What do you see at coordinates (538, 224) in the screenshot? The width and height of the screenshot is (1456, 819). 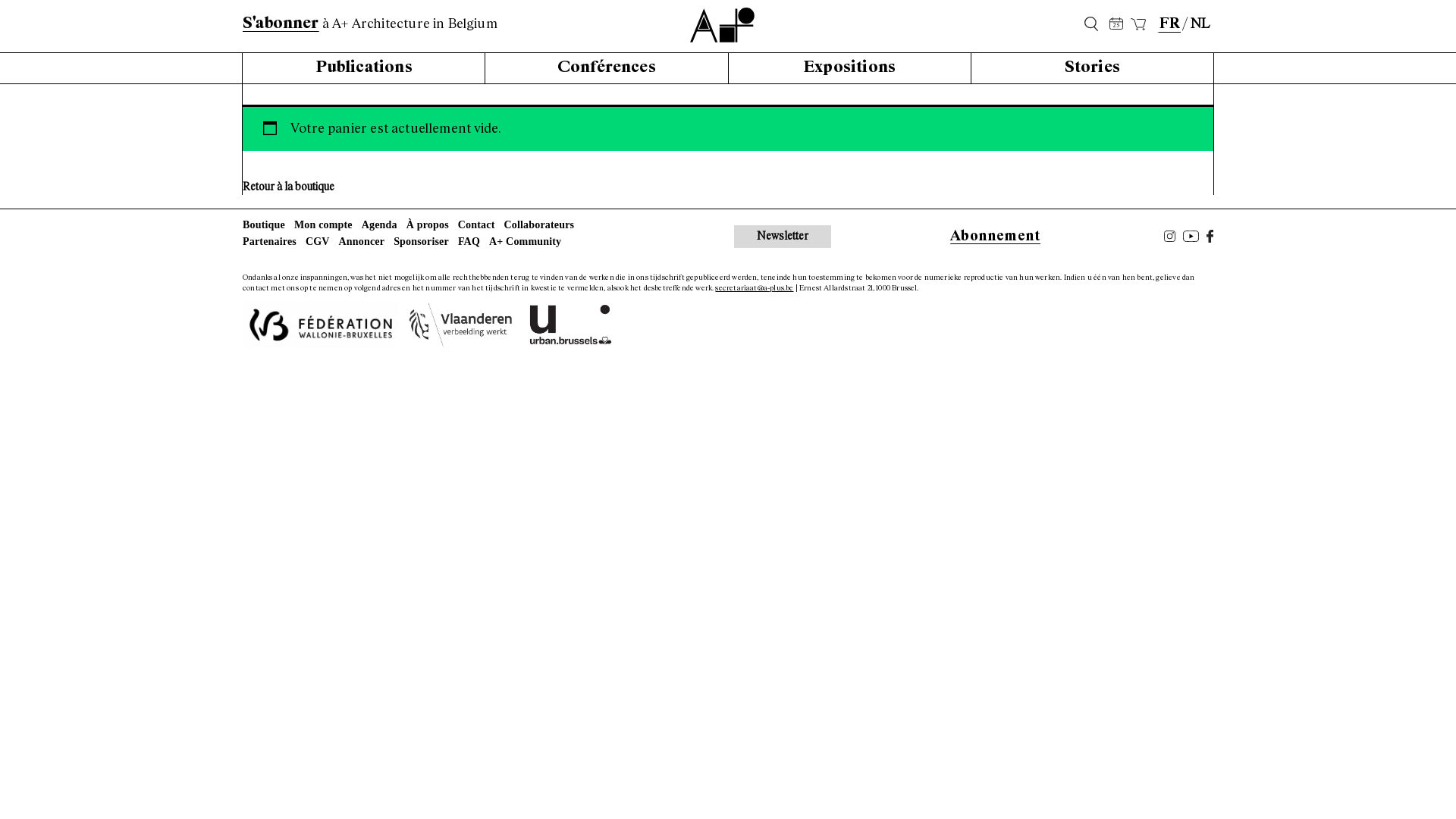 I see `'Collaborateurs'` at bounding box center [538, 224].